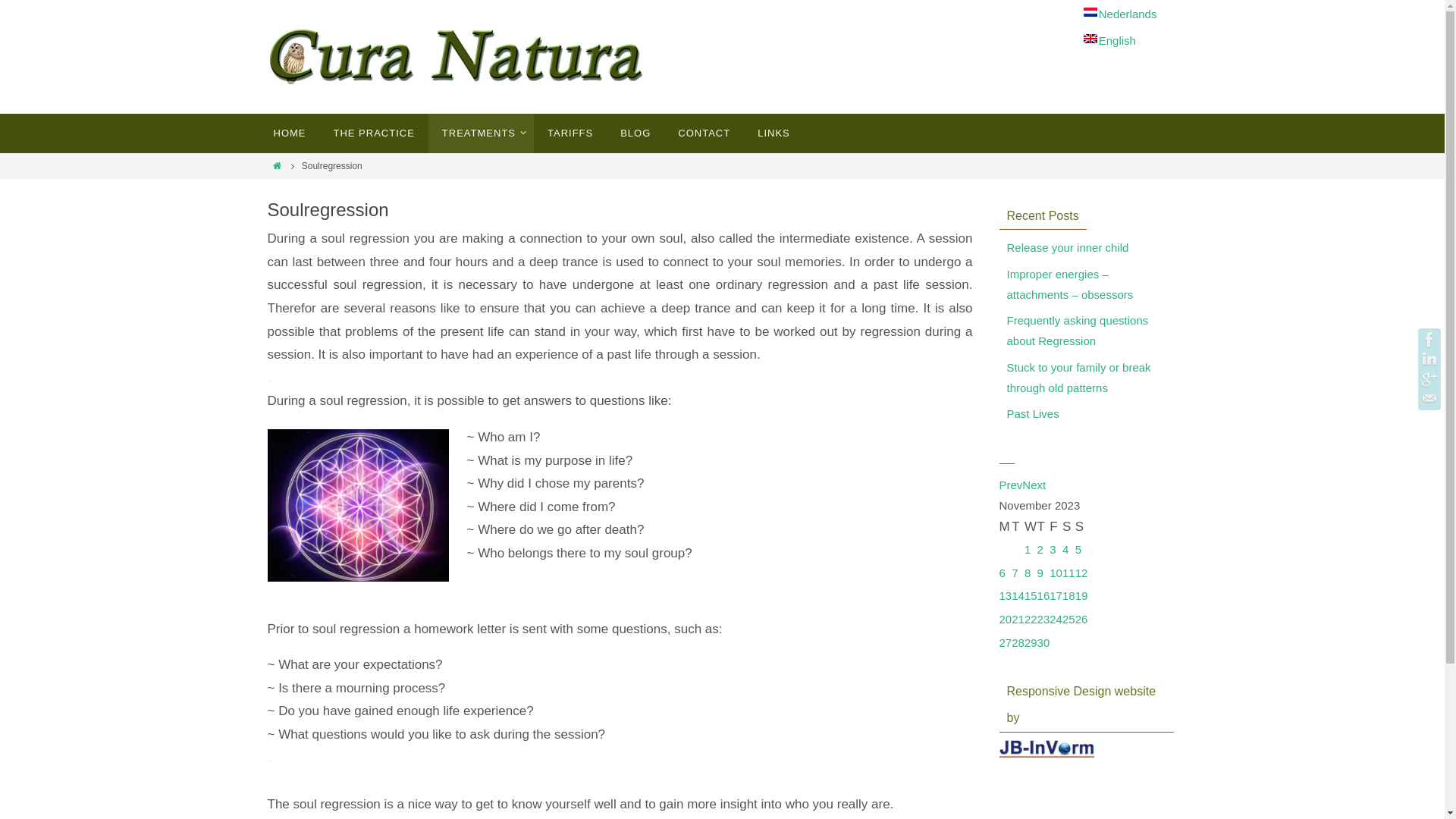 The image size is (1456, 819). Describe the element at coordinates (1018, 595) in the screenshot. I see `'14'` at that location.